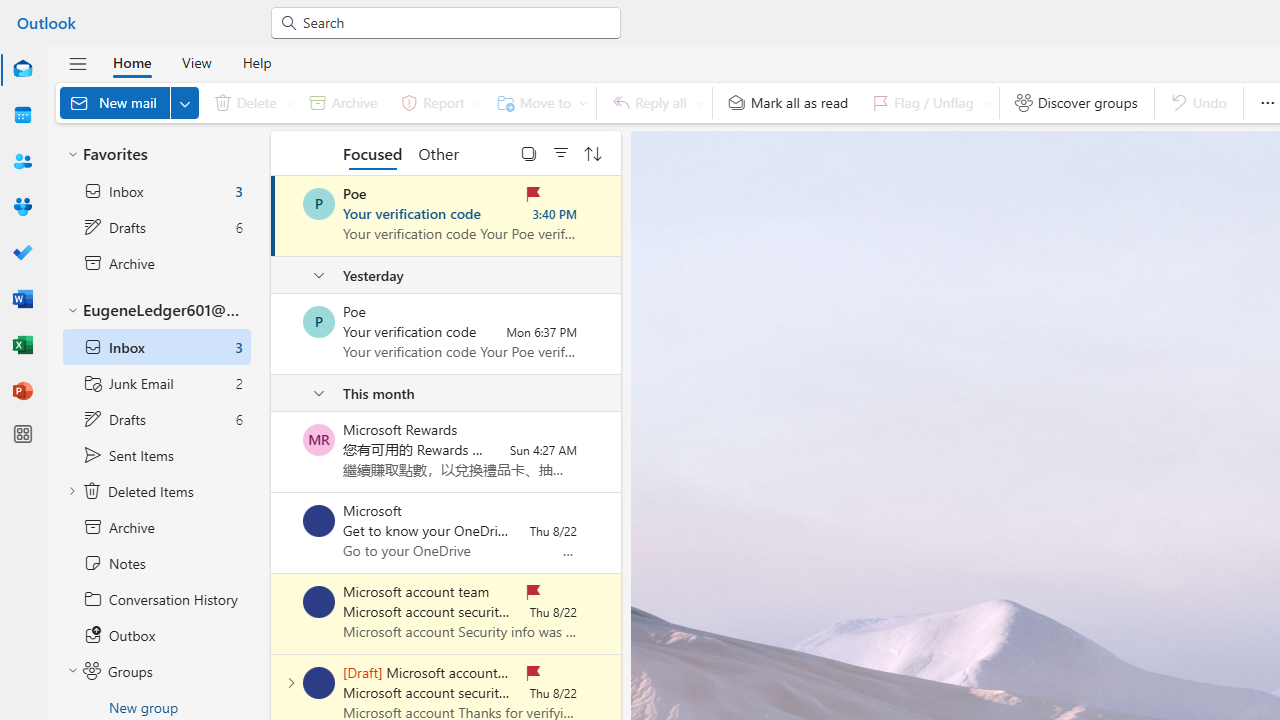 The height and width of the screenshot is (720, 1280). I want to click on 'Notes', so click(155, 563).